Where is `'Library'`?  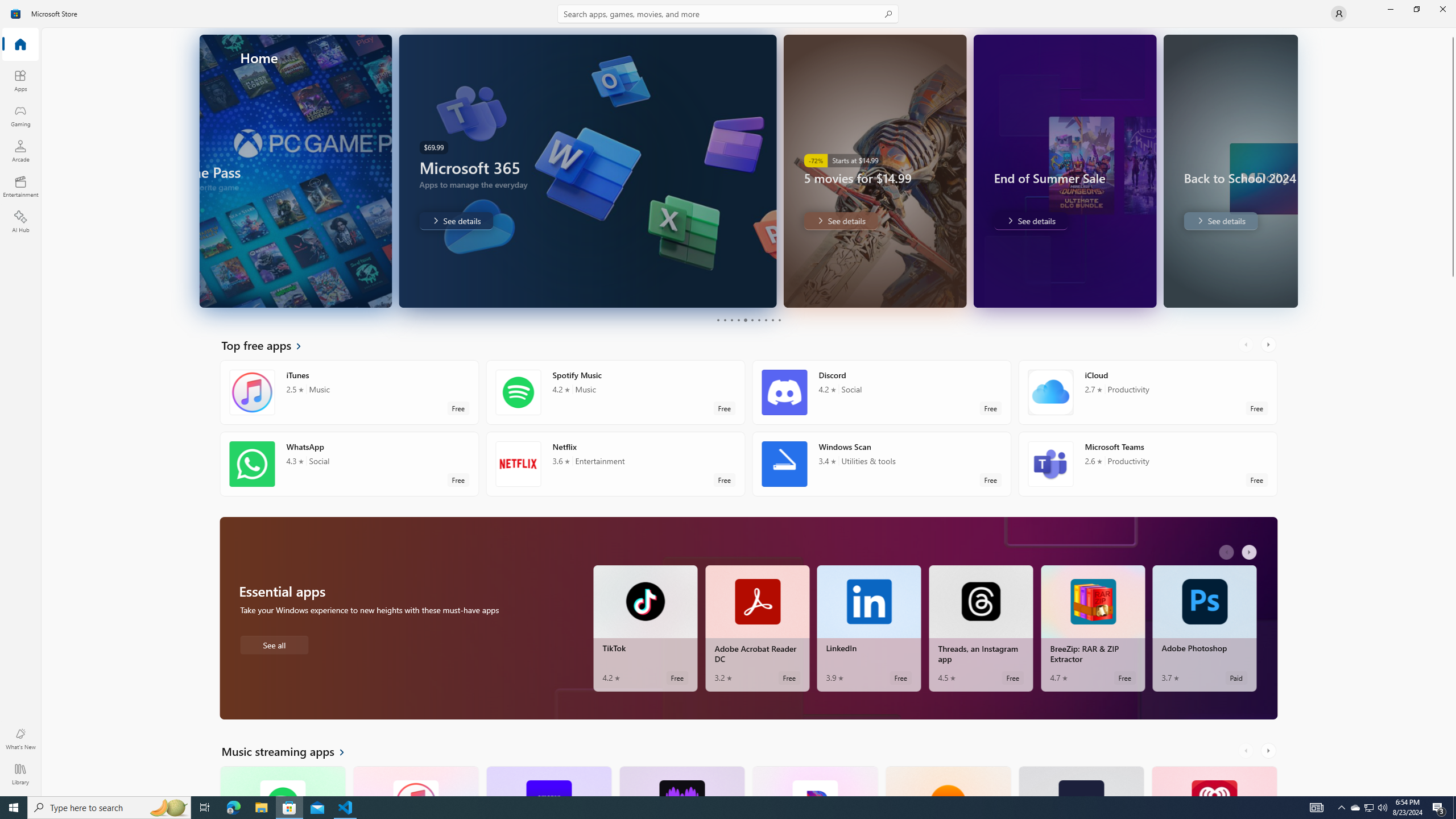 'Library' is located at coordinates (19, 773).